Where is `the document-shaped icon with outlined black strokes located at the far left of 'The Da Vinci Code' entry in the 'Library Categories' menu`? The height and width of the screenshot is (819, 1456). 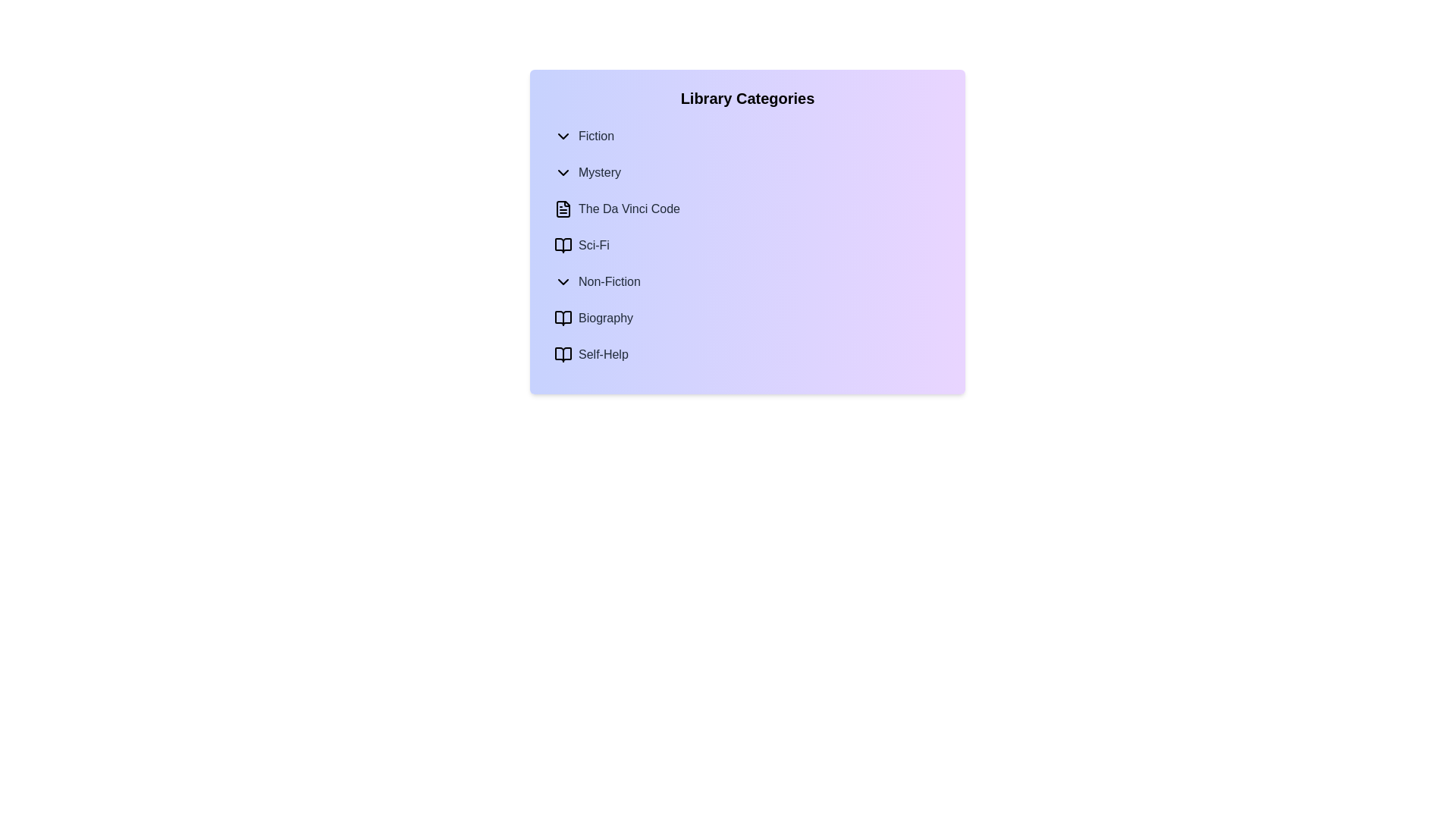
the document-shaped icon with outlined black strokes located at the far left of 'The Da Vinci Code' entry in the 'Library Categories' menu is located at coordinates (563, 209).